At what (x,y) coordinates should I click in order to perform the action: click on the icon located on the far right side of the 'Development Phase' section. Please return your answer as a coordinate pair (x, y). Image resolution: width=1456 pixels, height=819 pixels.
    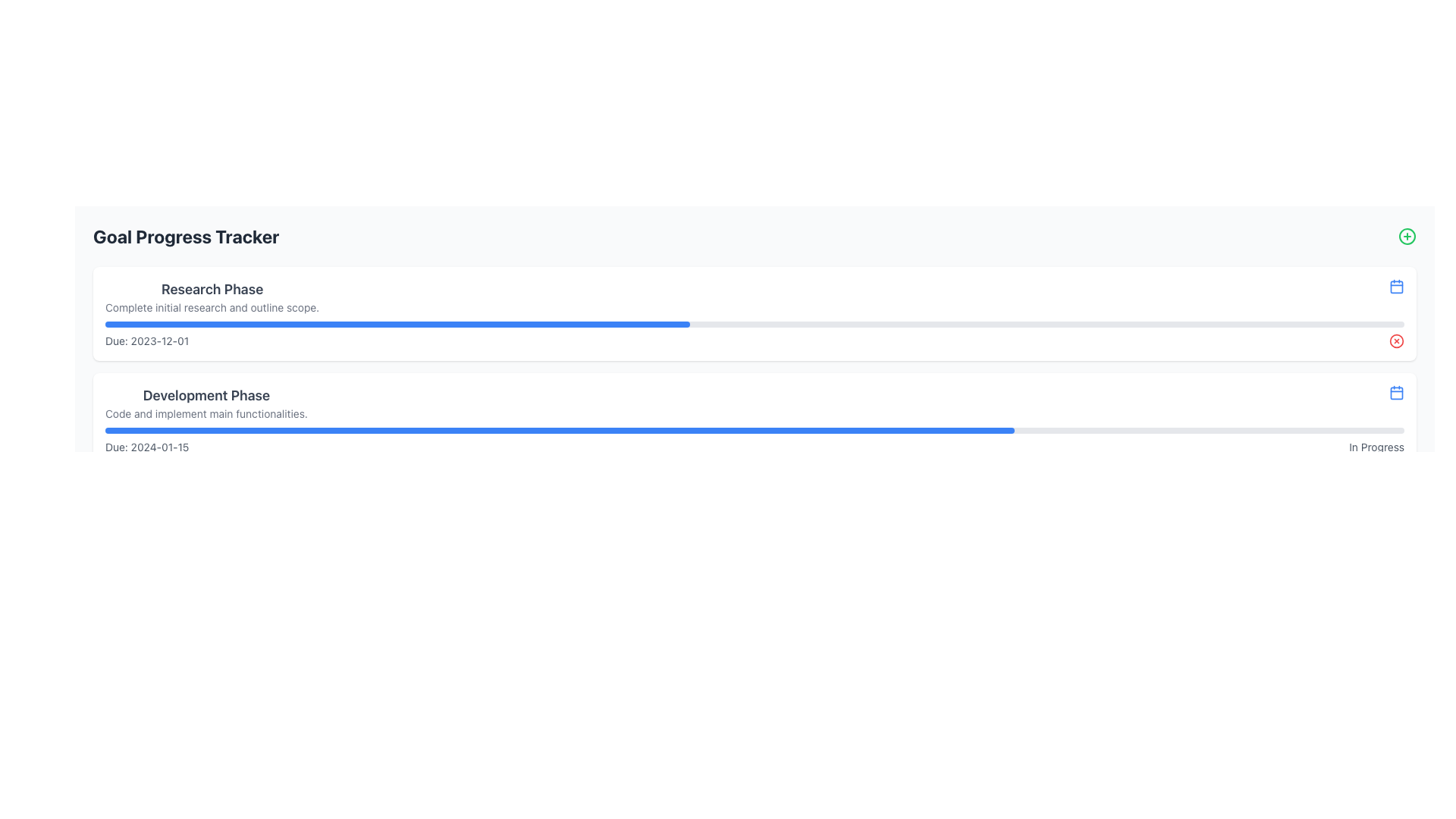
    Looking at the image, I should click on (1396, 391).